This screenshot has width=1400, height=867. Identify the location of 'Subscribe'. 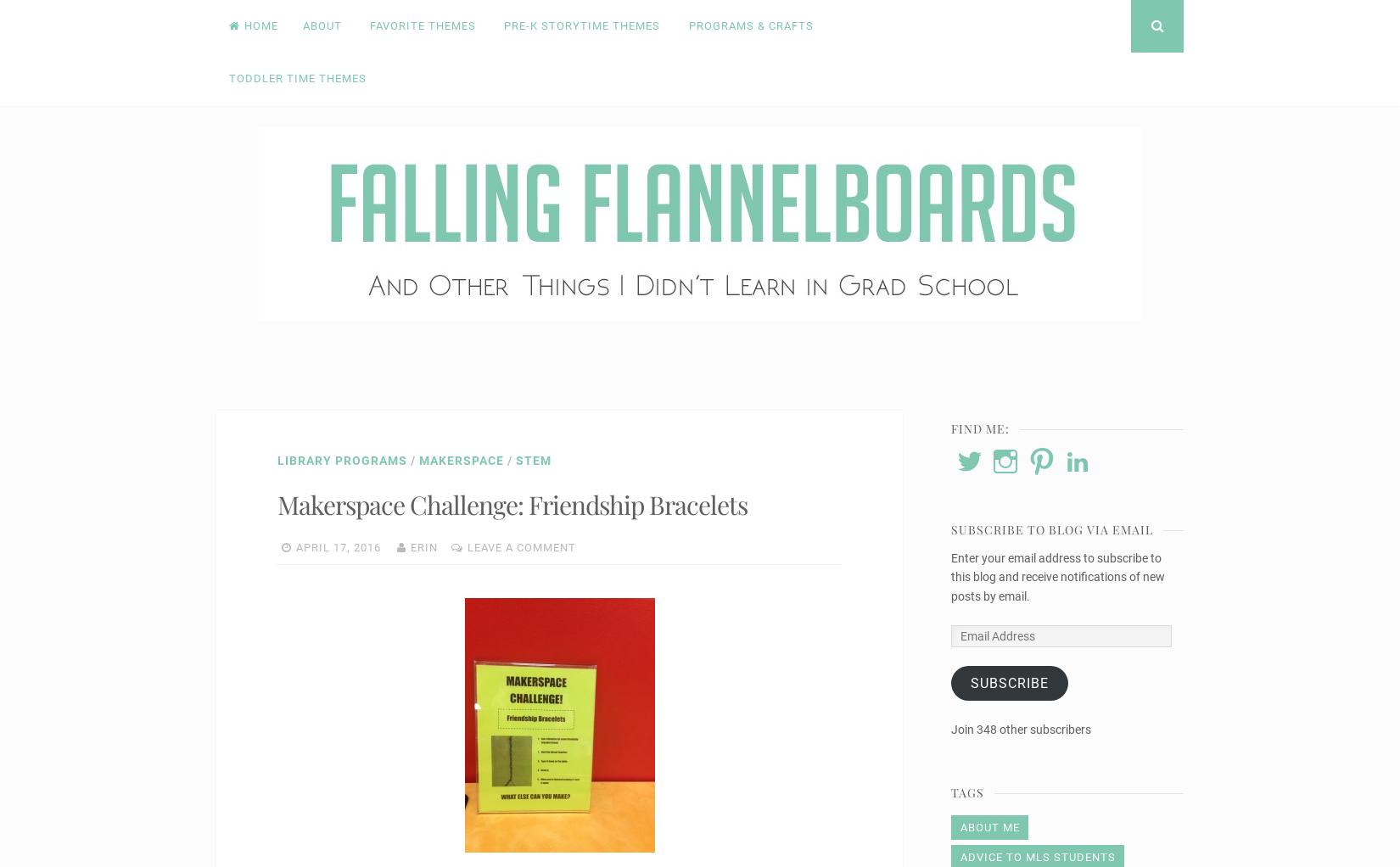
(1009, 681).